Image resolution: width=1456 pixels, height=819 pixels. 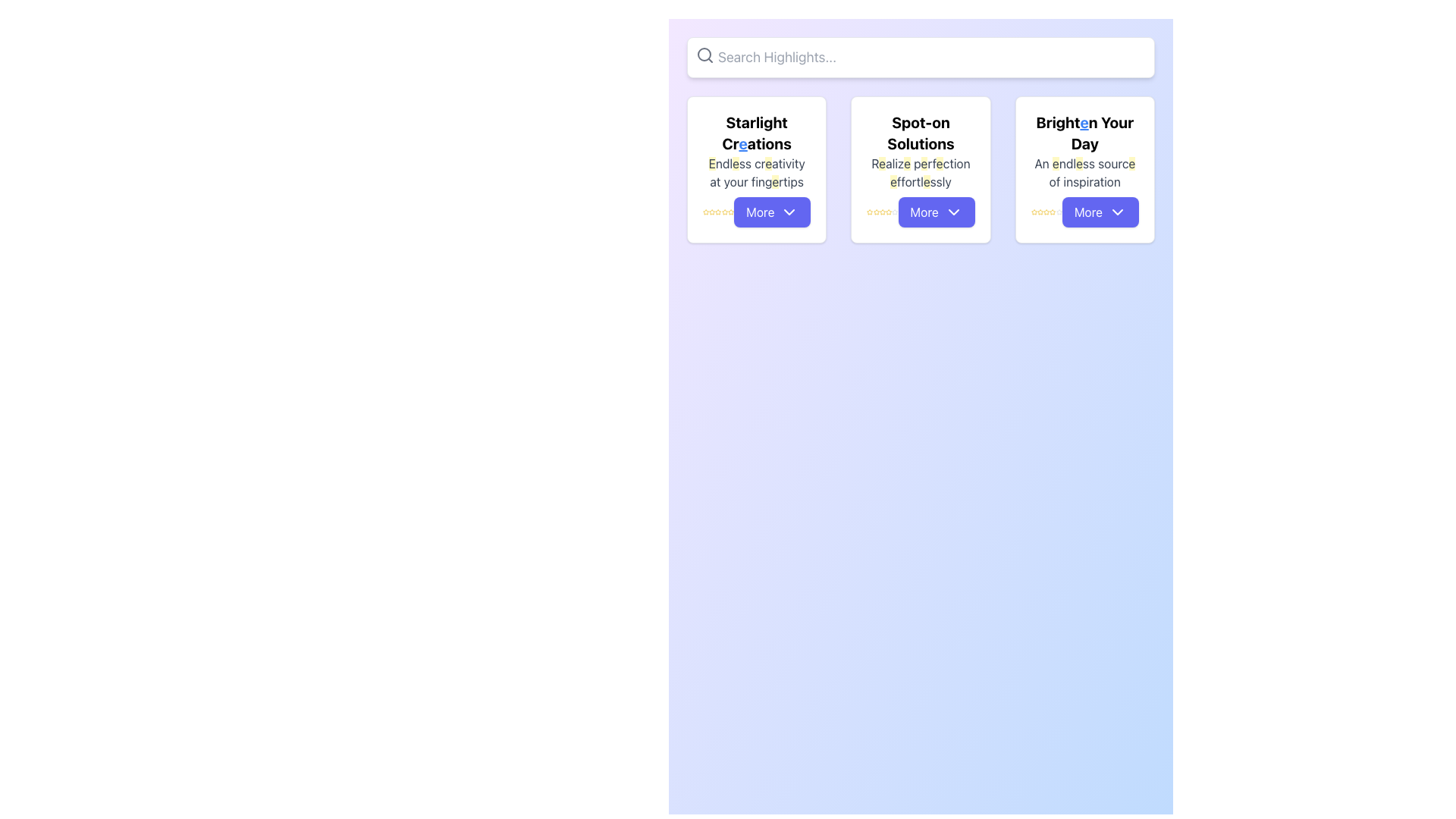 What do you see at coordinates (752, 164) in the screenshot?
I see `the text element 'ss cr' which is part of the text block 'Endless creativity at your fingertips' and is positioned between the highlighted letters 'e' in 'Endless' and 'e' in 'creativity'` at bounding box center [752, 164].